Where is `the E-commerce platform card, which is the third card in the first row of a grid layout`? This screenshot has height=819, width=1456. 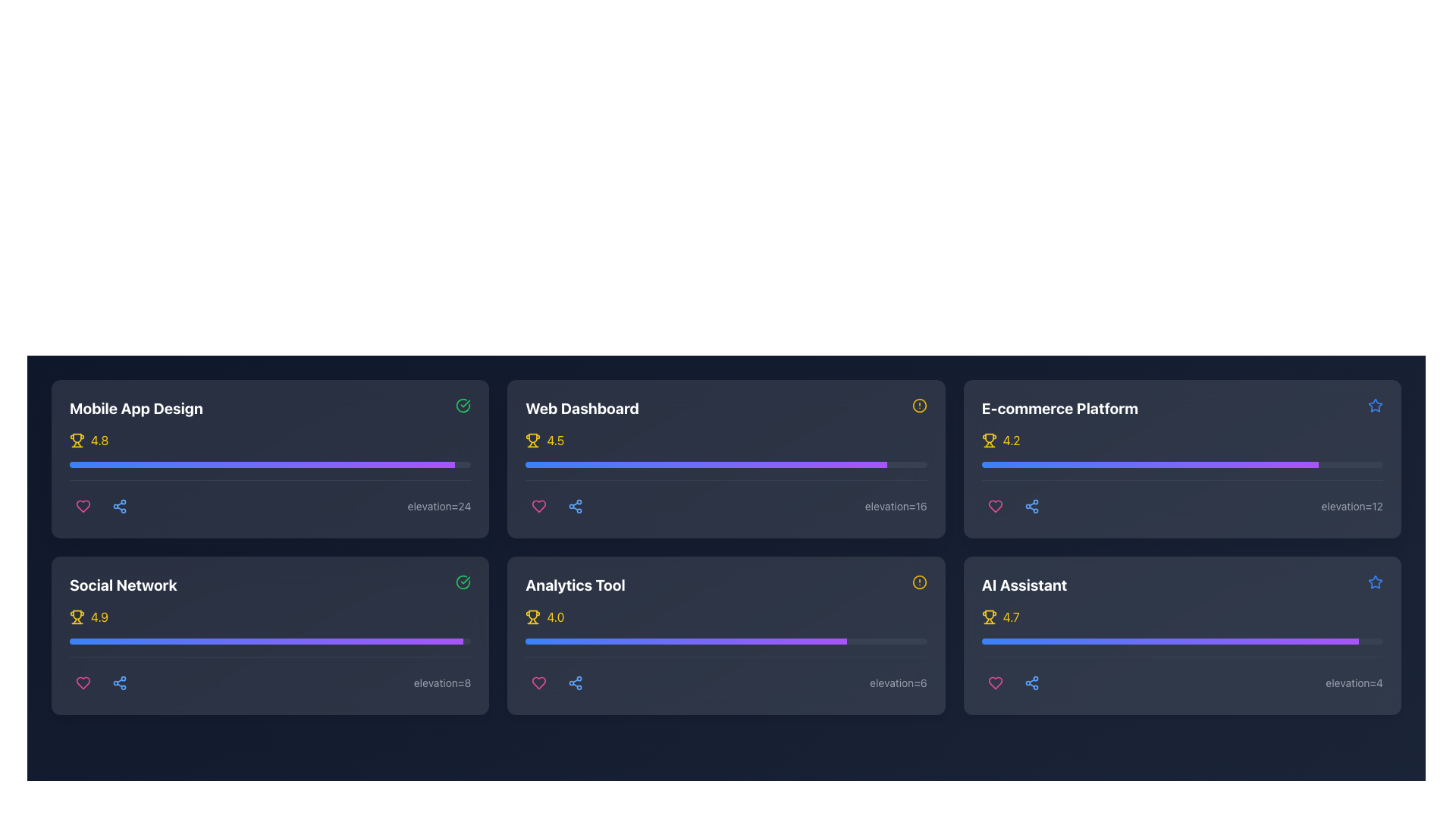
the E-commerce platform card, which is the third card in the first row of a grid layout is located at coordinates (1181, 458).